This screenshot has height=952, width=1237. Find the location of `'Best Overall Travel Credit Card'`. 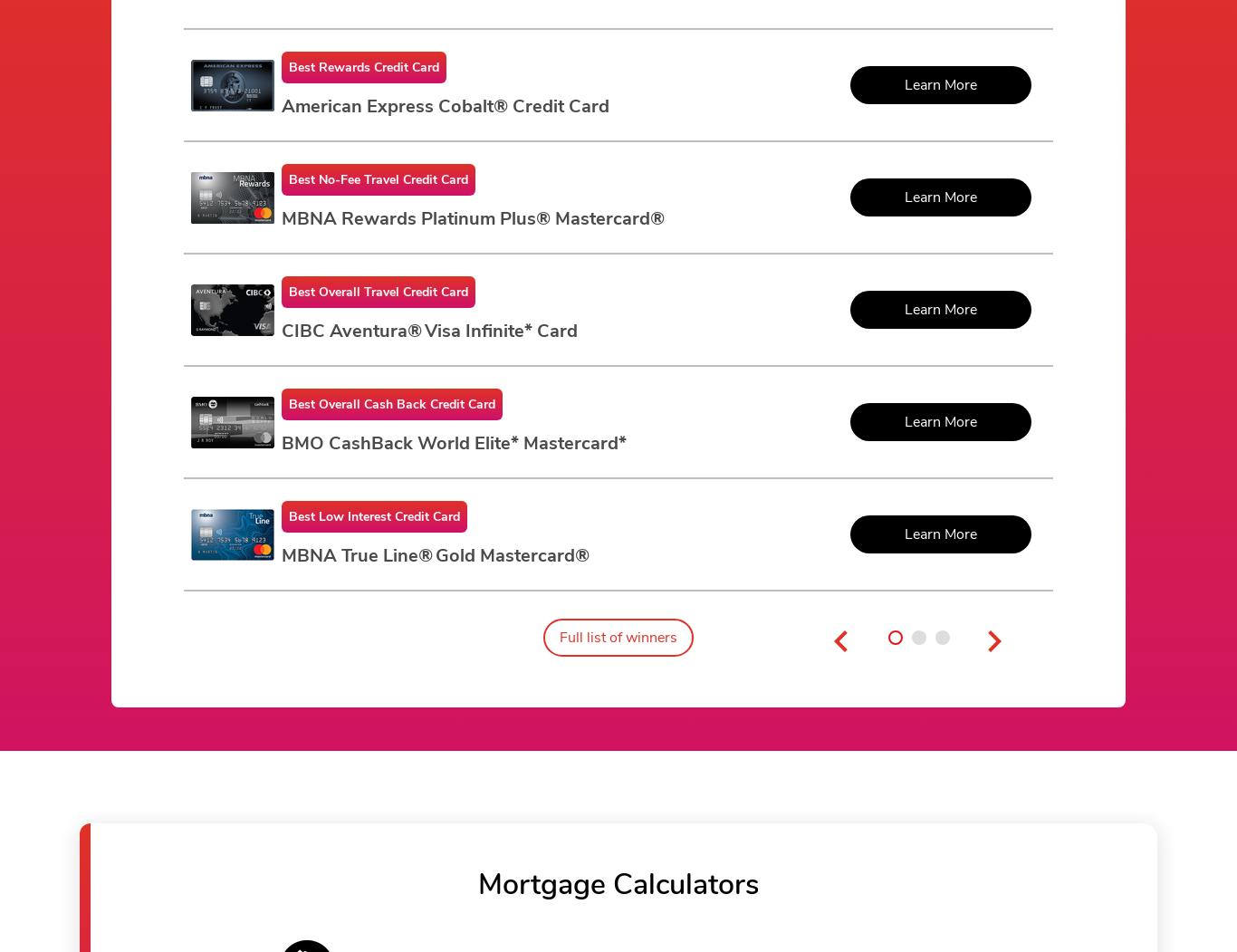

'Best Overall Travel Credit Card' is located at coordinates (377, 291).